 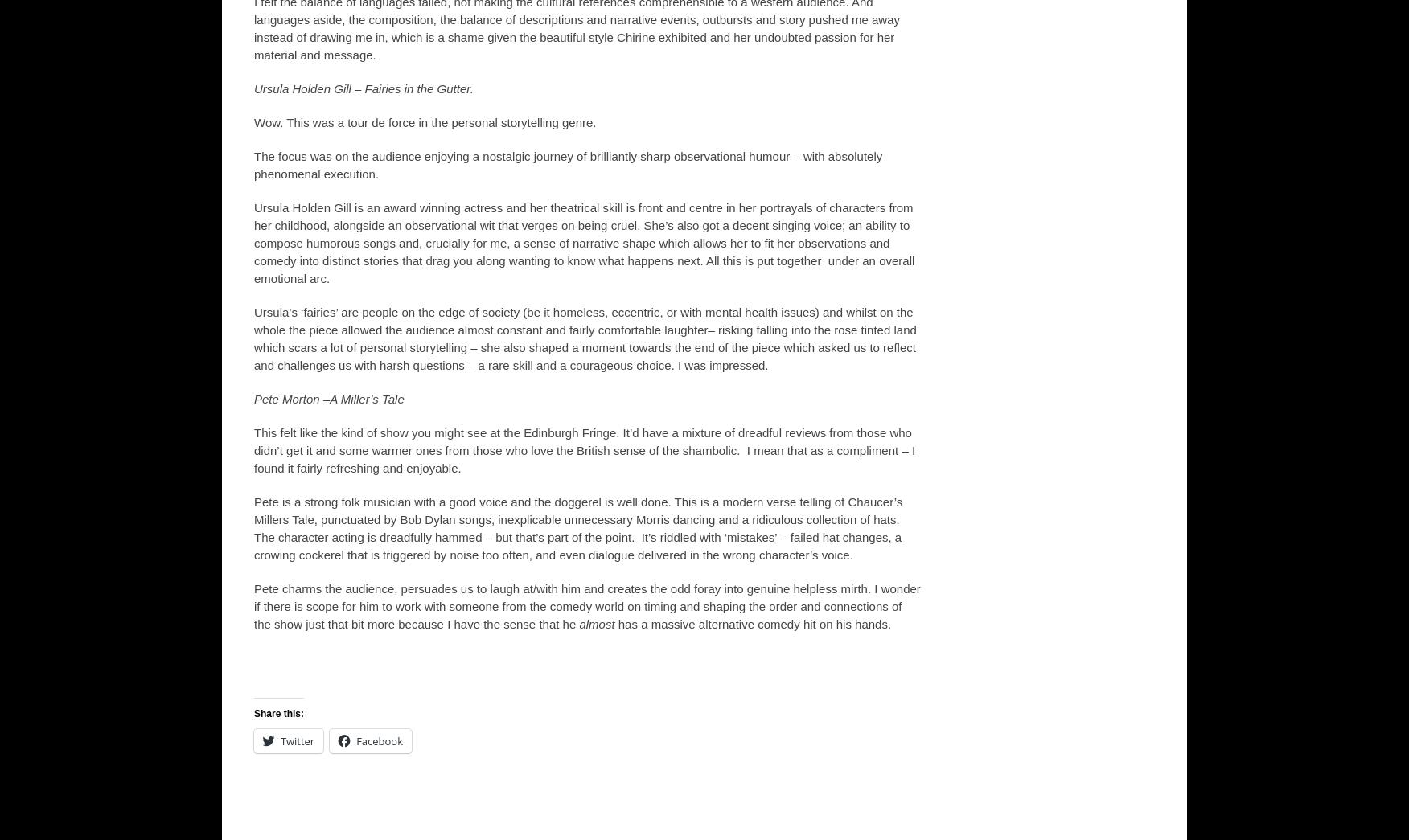 I want to click on 'almost', so click(x=596, y=624).